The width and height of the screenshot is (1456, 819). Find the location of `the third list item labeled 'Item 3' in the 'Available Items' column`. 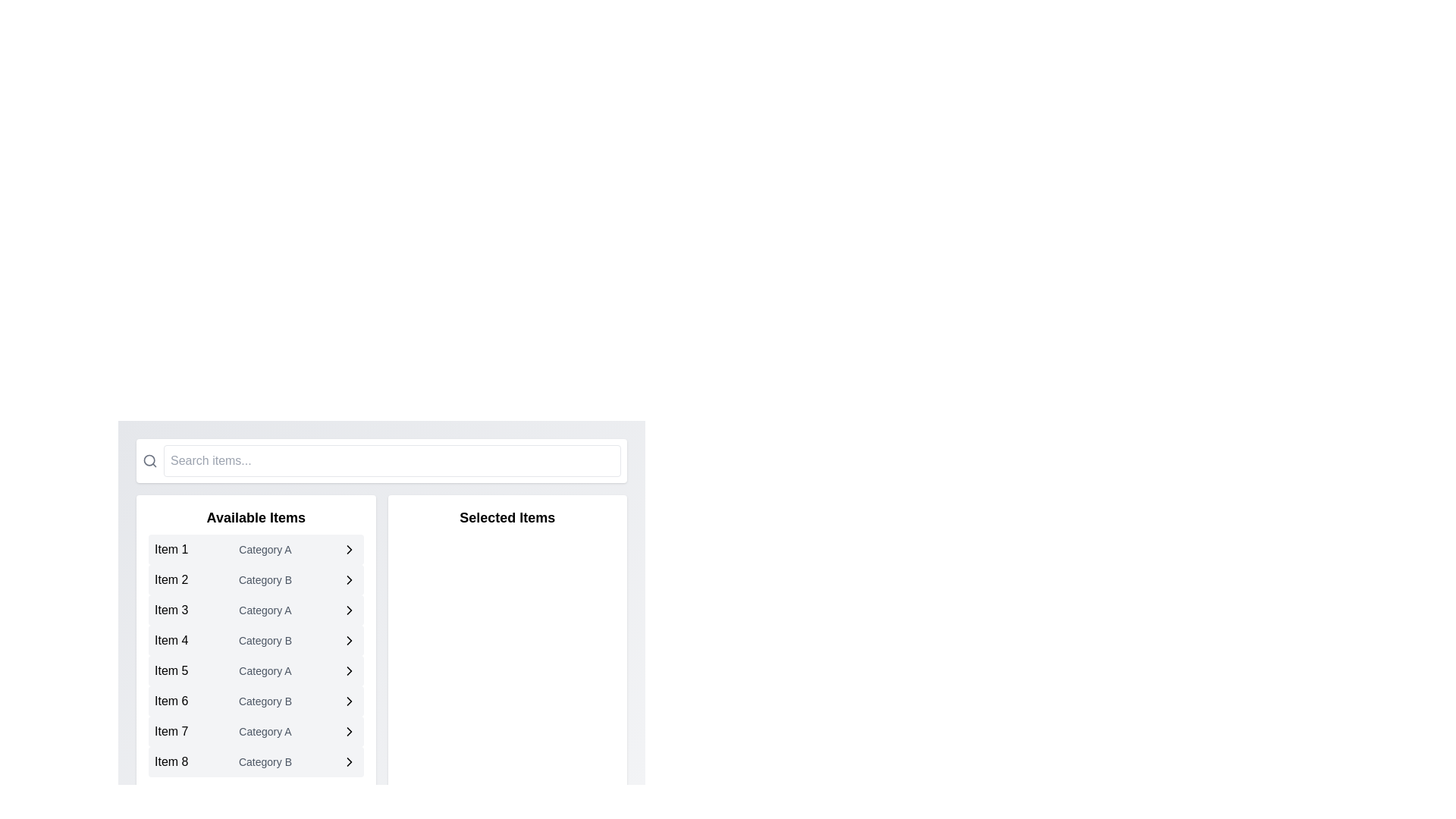

the third list item labeled 'Item 3' in the 'Available Items' column is located at coordinates (256, 610).